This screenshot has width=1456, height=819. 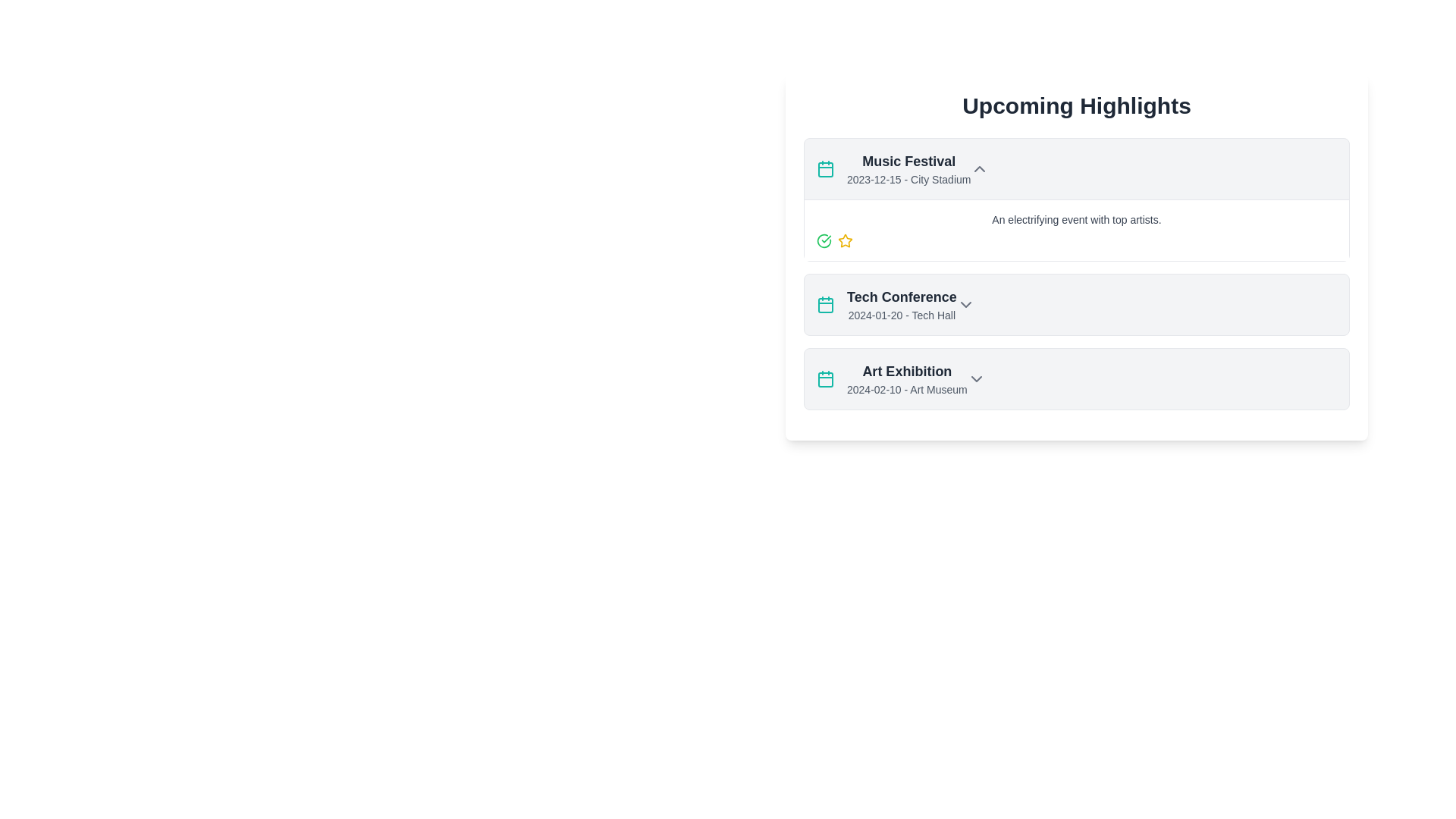 What do you see at coordinates (1076, 378) in the screenshot?
I see `the third list item in the 'Upcoming Highlights' section that displays details about an art exhibition, including its title, date, and location` at bounding box center [1076, 378].